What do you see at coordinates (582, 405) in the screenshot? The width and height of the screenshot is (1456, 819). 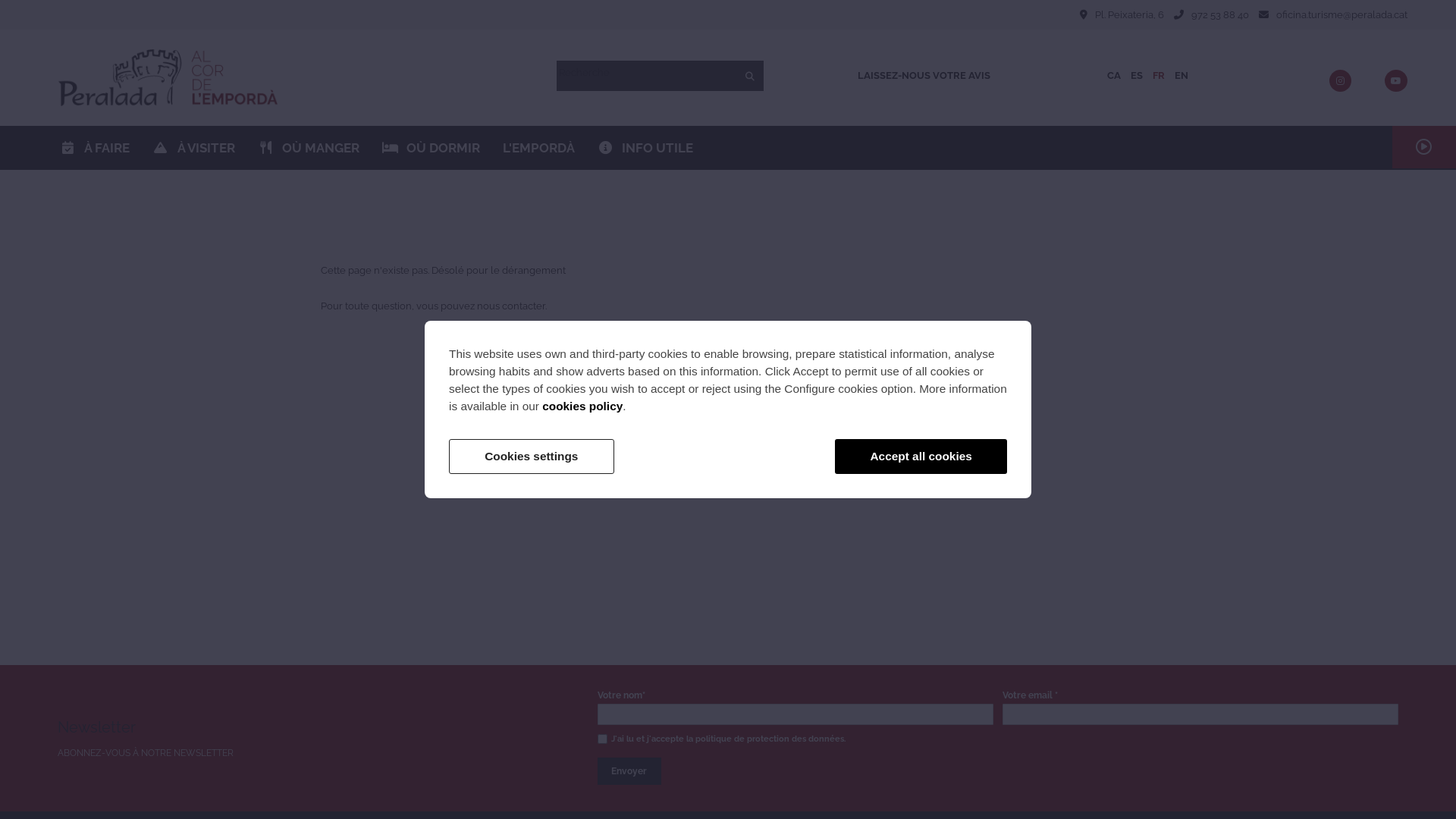 I see `'cookies policy'` at bounding box center [582, 405].